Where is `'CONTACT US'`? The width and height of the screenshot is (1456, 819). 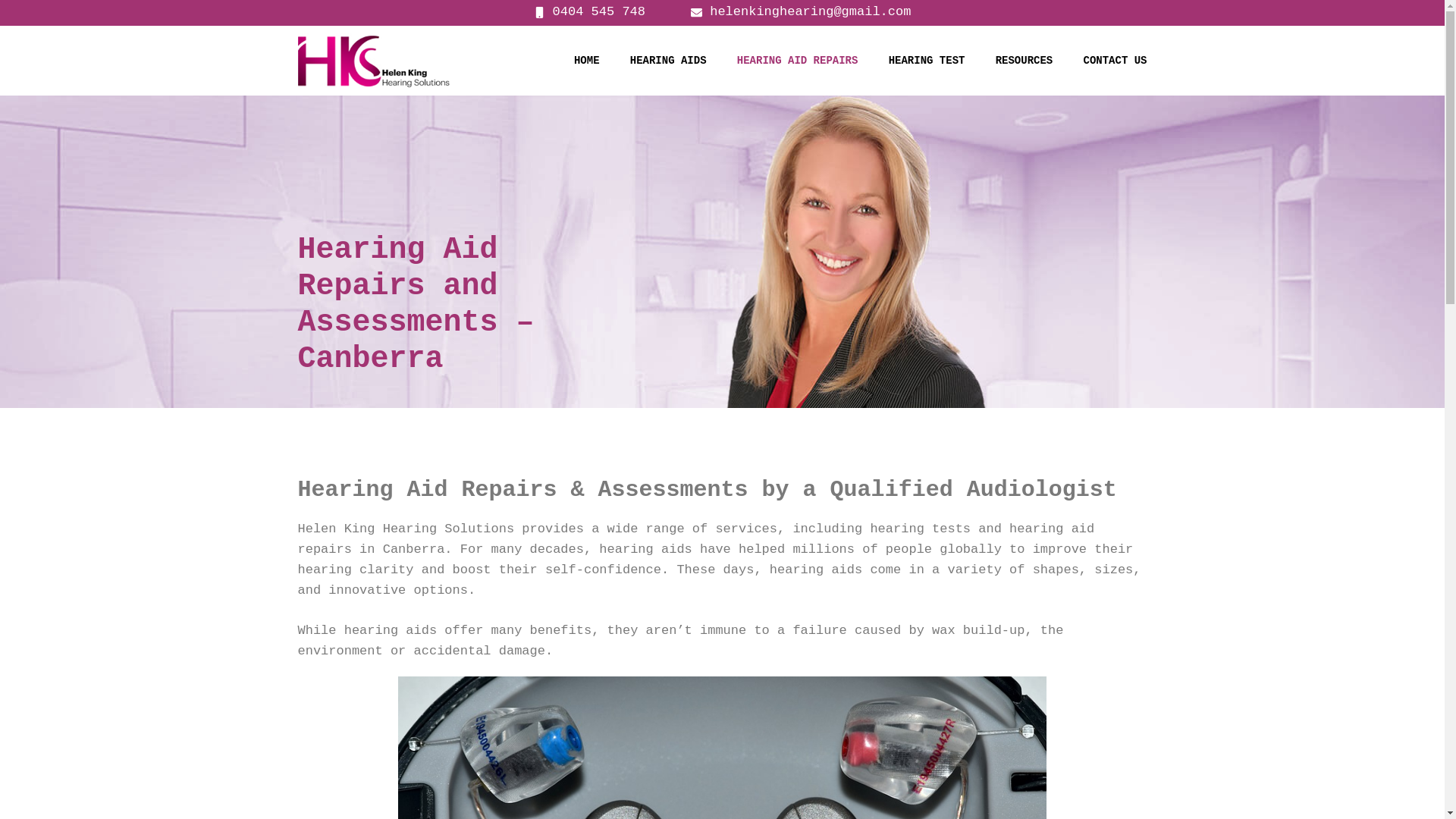
'CONTACT US' is located at coordinates (1114, 60).